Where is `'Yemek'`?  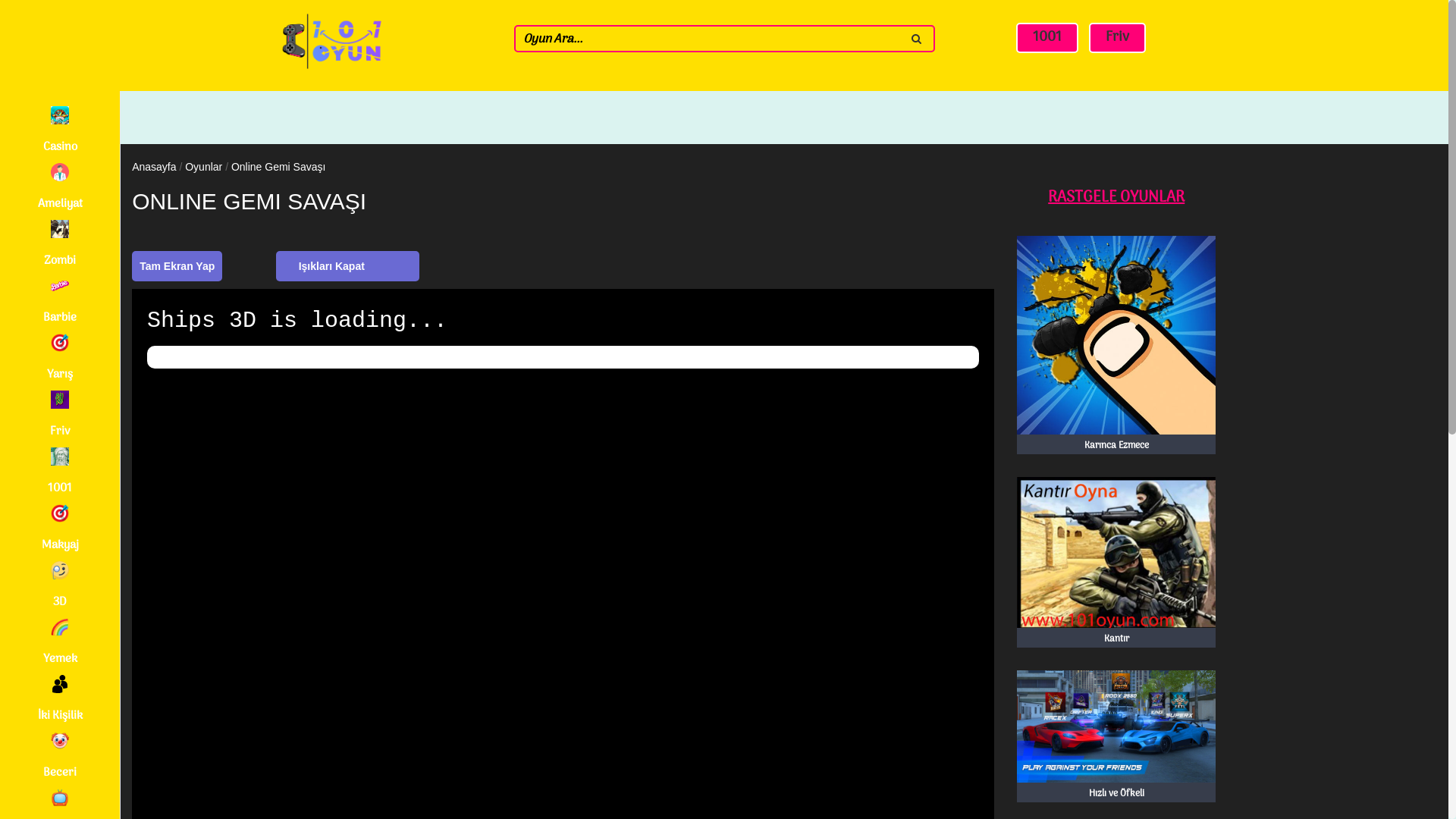
'Yemek' is located at coordinates (59, 643).